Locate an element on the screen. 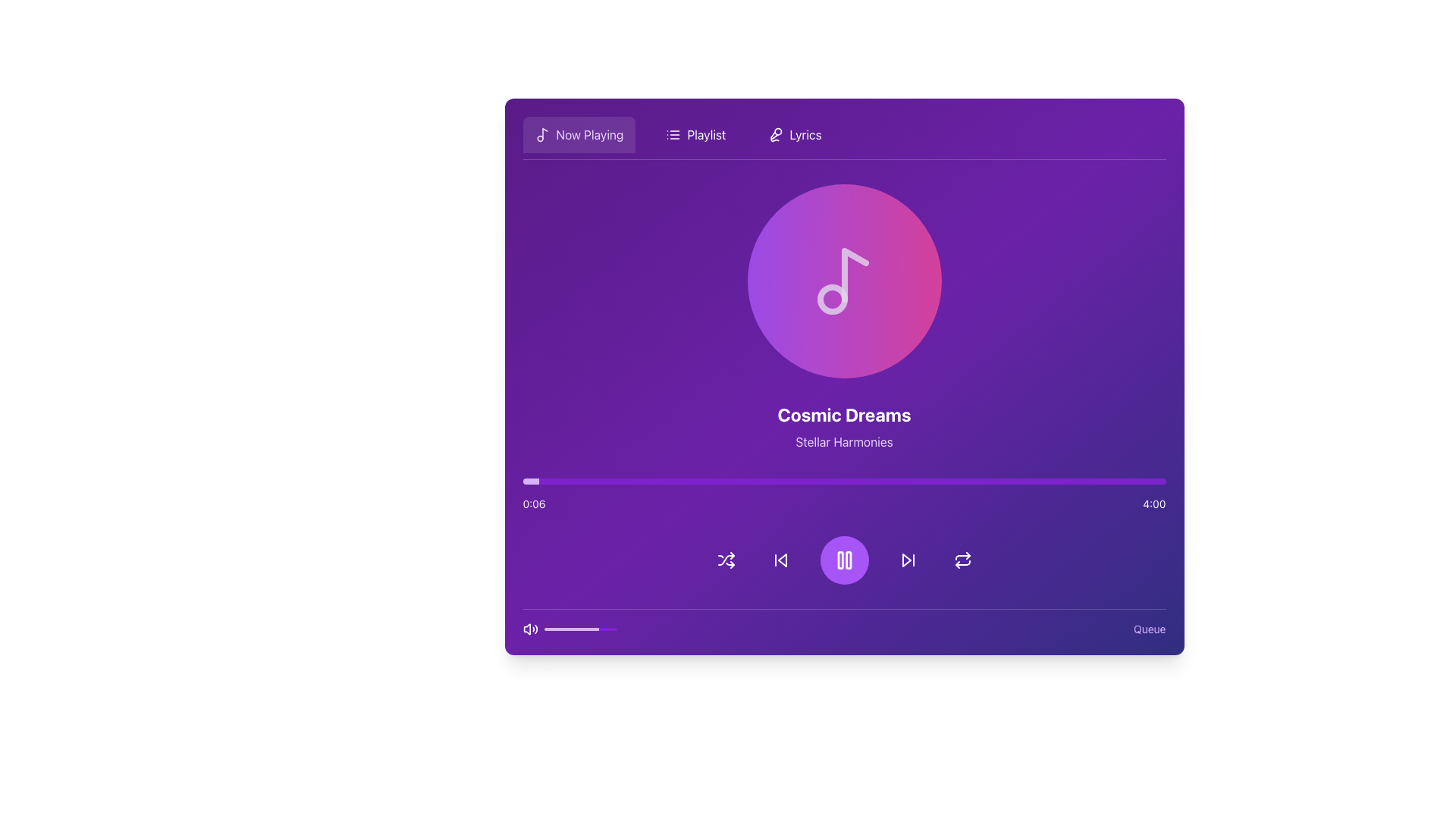  the forward navigation button, which is represented by a double triangle pointing to the right on a purple background, to skip tracks is located at coordinates (908, 560).